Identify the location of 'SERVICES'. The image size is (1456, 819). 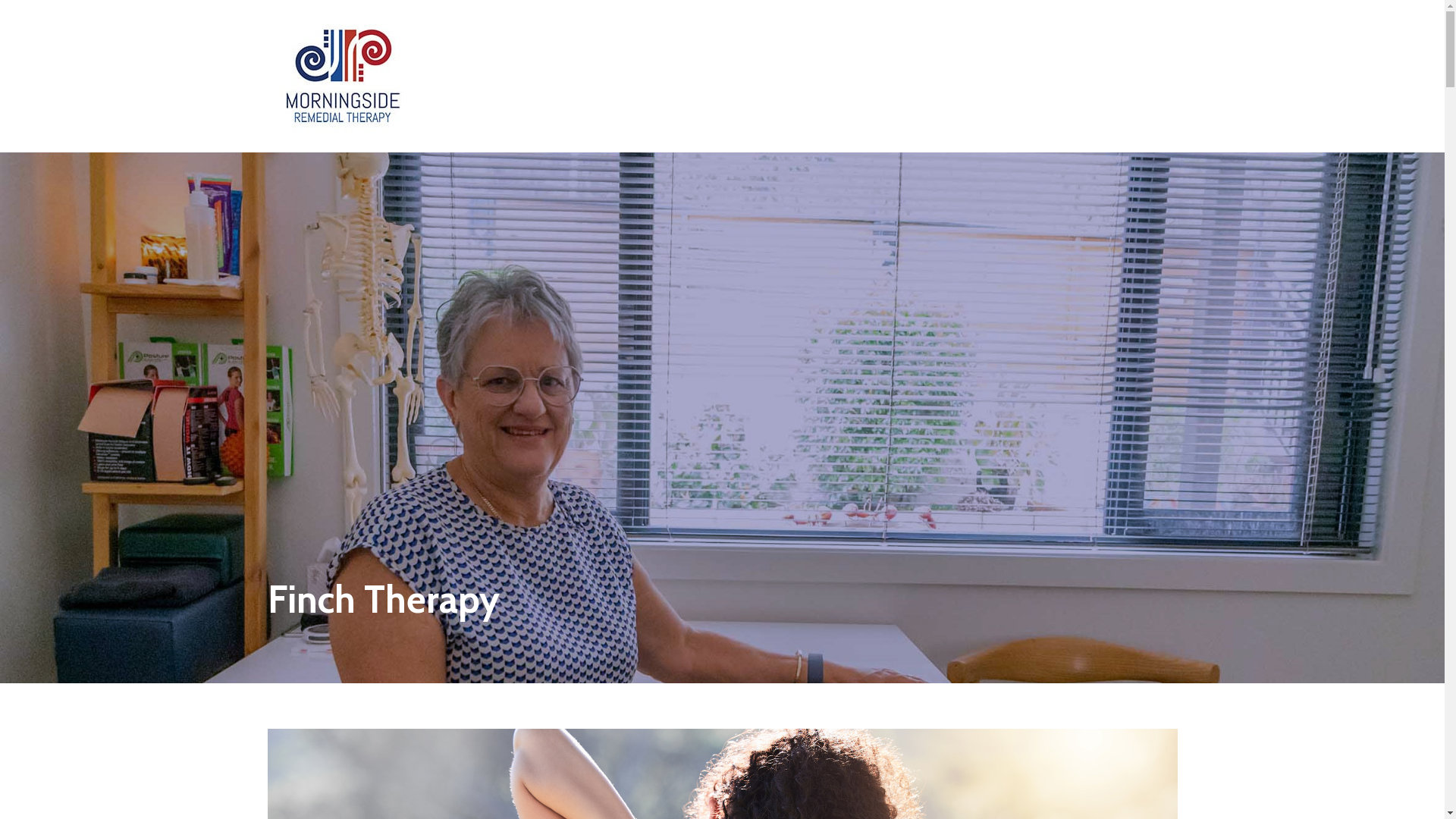
(801, 34).